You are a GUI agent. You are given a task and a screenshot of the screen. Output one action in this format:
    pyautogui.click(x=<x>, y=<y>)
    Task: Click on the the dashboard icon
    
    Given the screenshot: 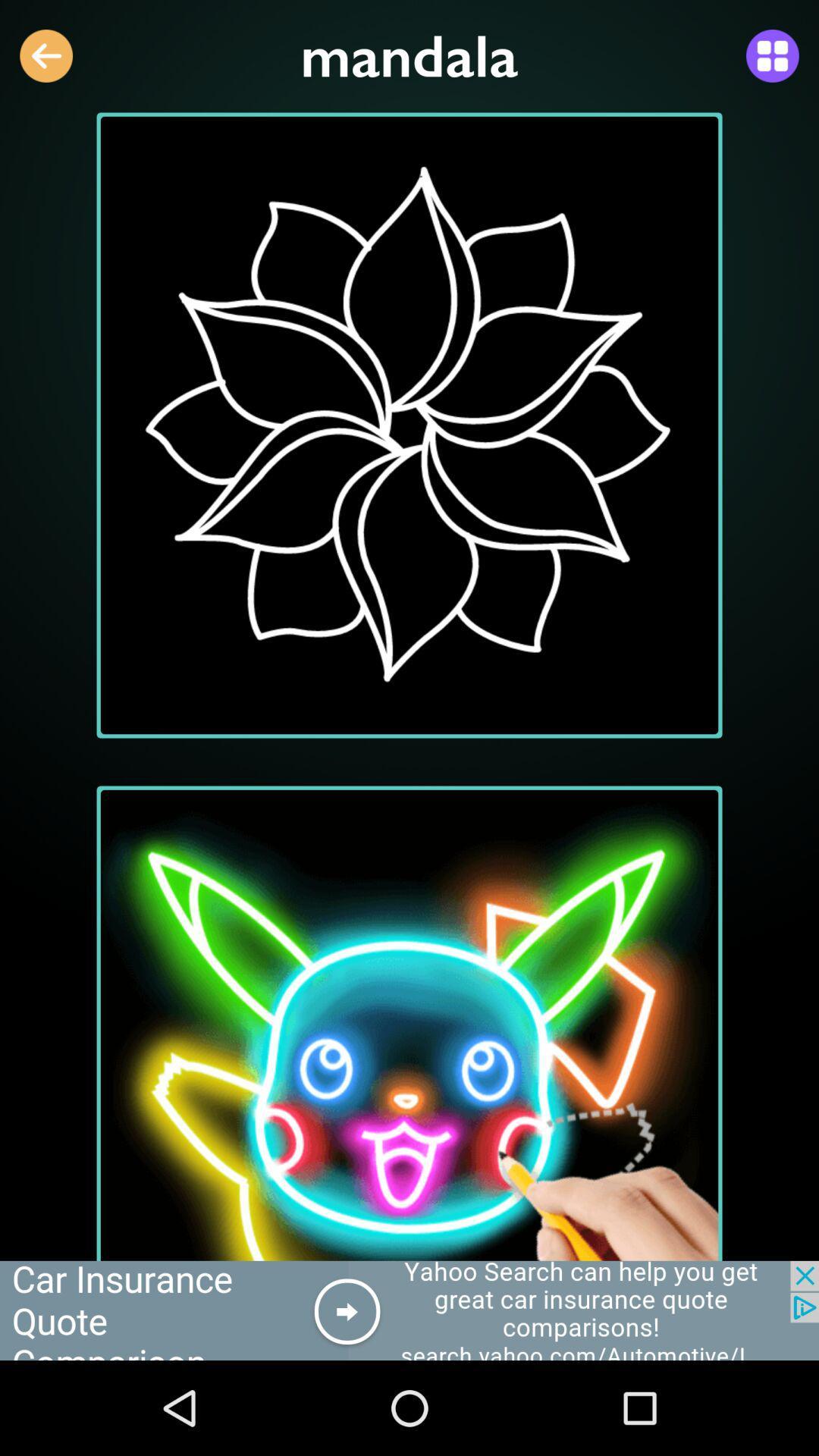 What is the action you would take?
    pyautogui.click(x=772, y=55)
    